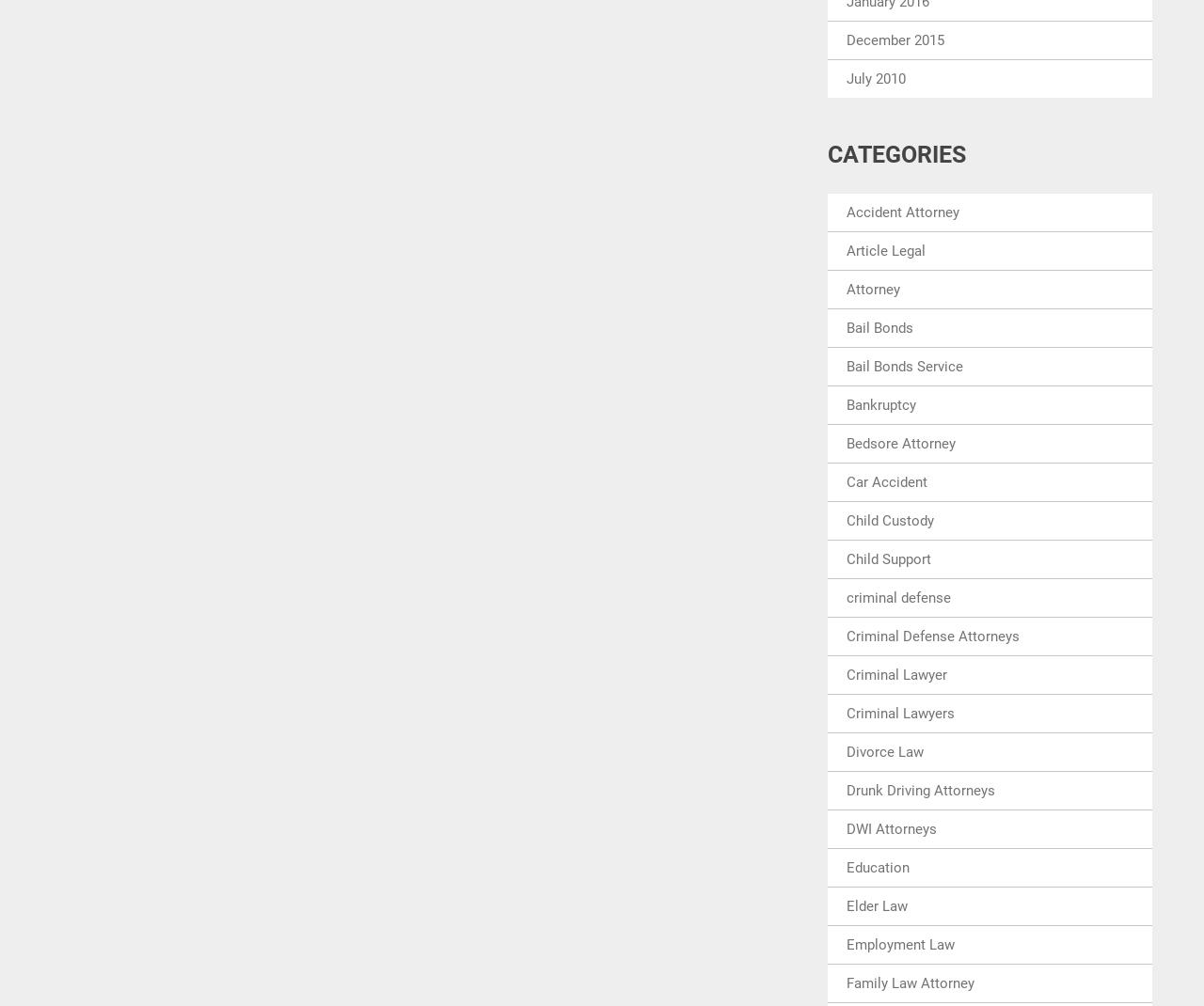  What do you see at coordinates (845, 403) in the screenshot?
I see `'Bankruptcy'` at bounding box center [845, 403].